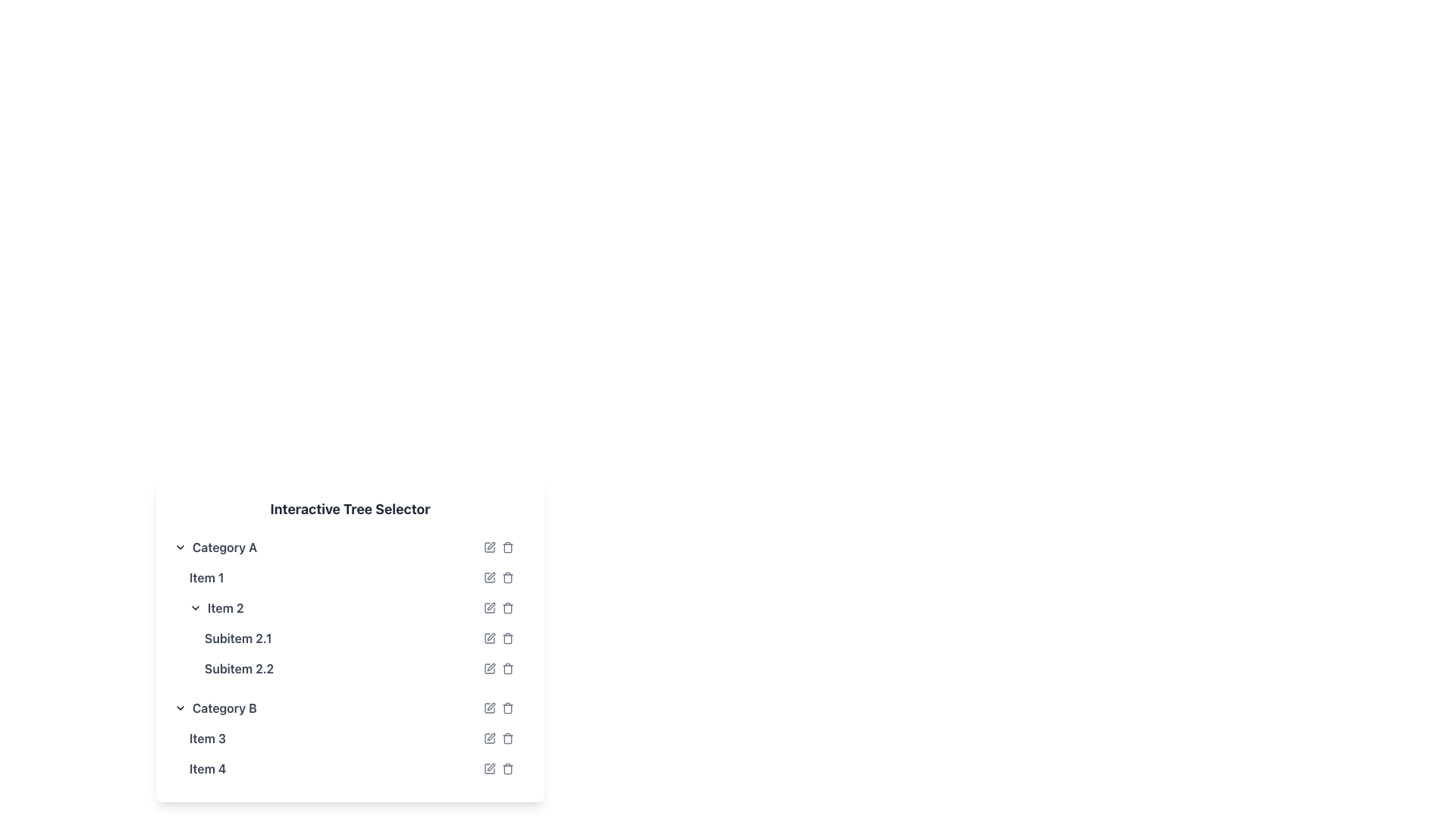  Describe the element at coordinates (215, 547) in the screenshot. I see `the Text Label with Icon located in the collapsible section header to interact with the section` at that location.